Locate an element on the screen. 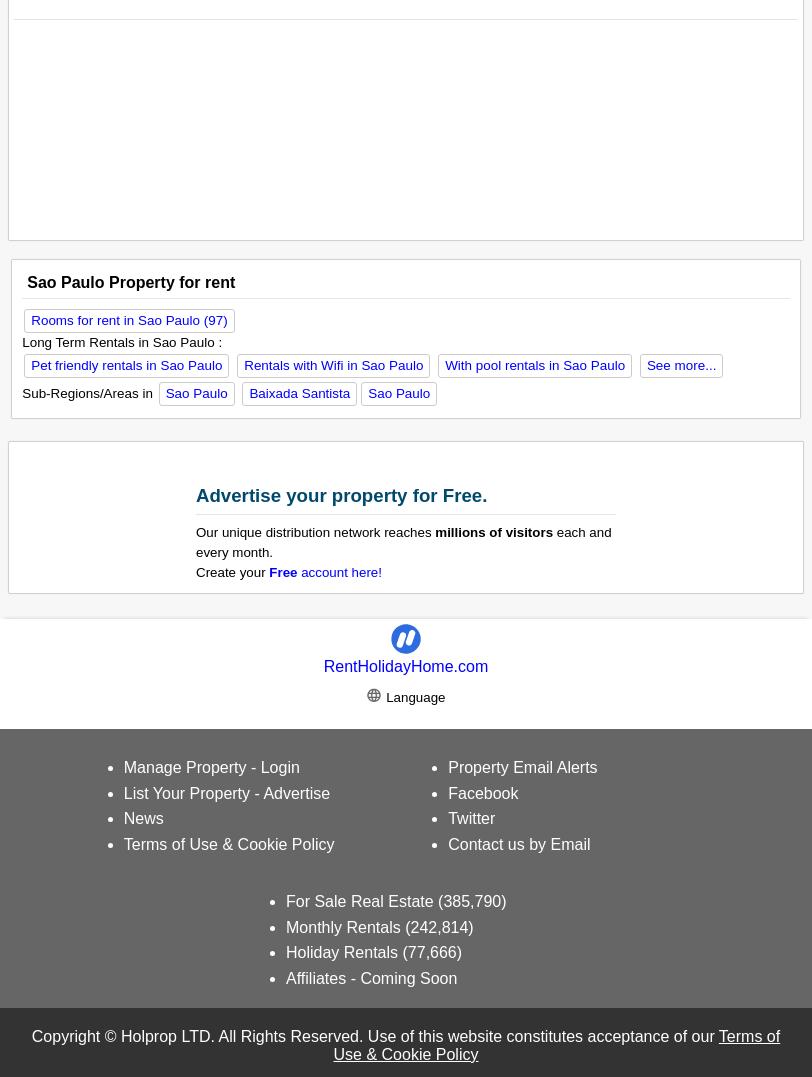 This screenshot has width=812, height=1077. 'Long Term Rentals in Sao Paulo :' is located at coordinates (121, 340).